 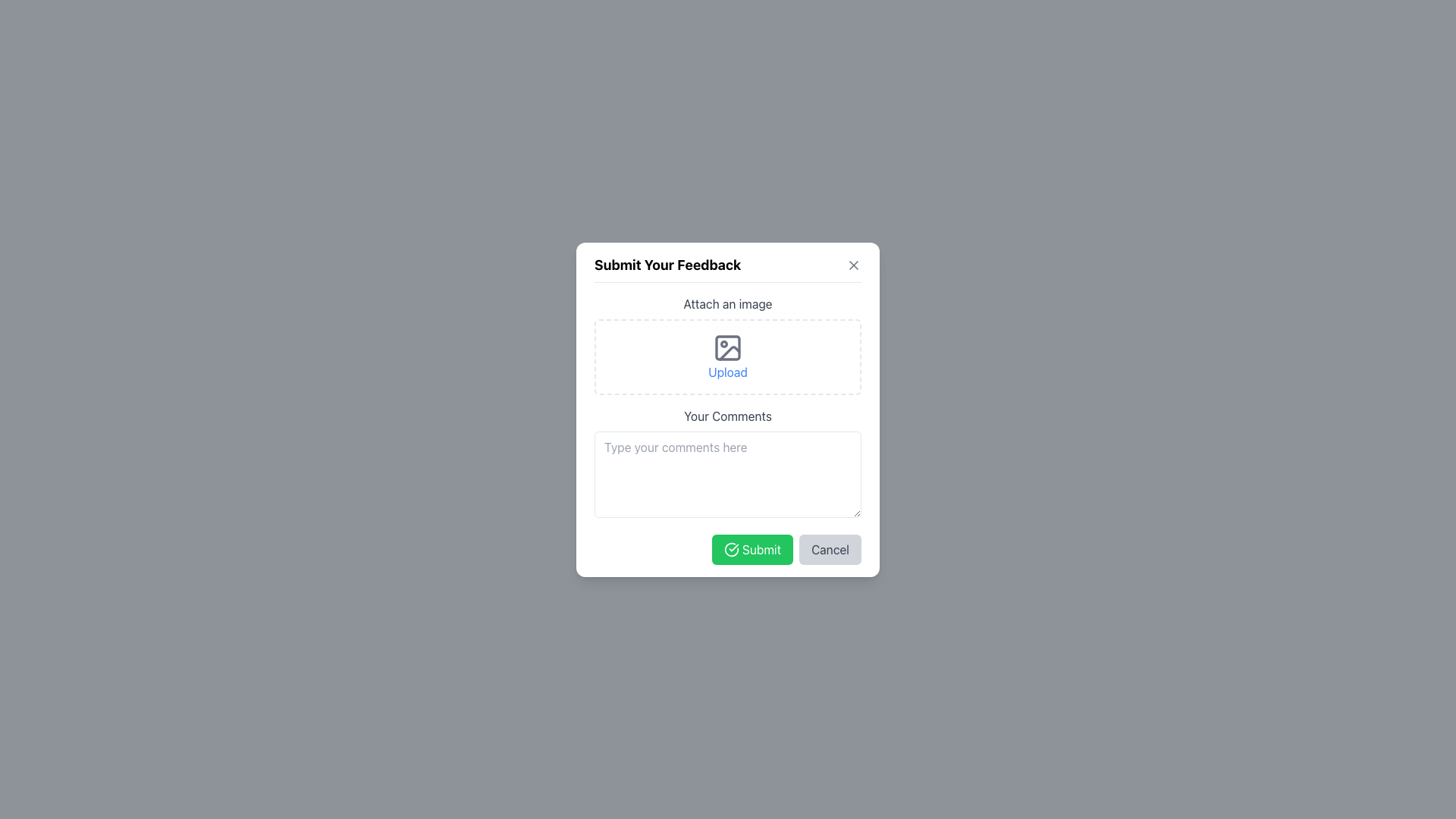 I want to click on inside the 'Your Comments' text area of the feedback dialog to type comments, so click(x=728, y=429).